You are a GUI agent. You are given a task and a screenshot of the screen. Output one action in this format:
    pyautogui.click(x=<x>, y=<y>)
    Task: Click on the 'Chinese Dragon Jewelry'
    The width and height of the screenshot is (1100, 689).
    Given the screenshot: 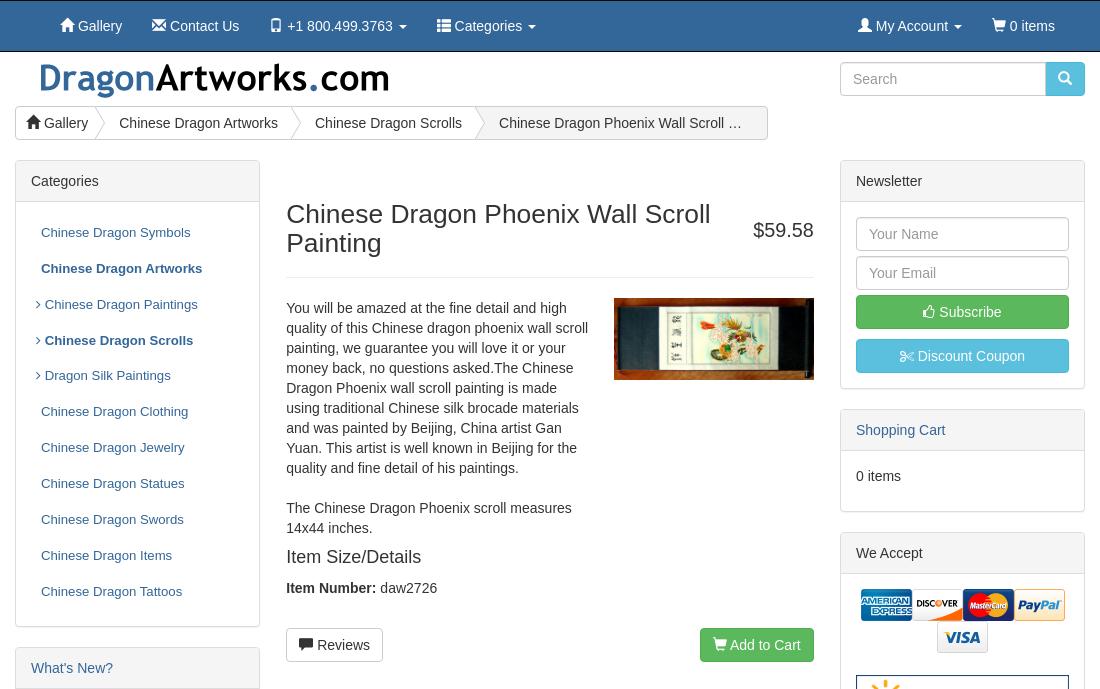 What is the action you would take?
    pyautogui.click(x=40, y=447)
    